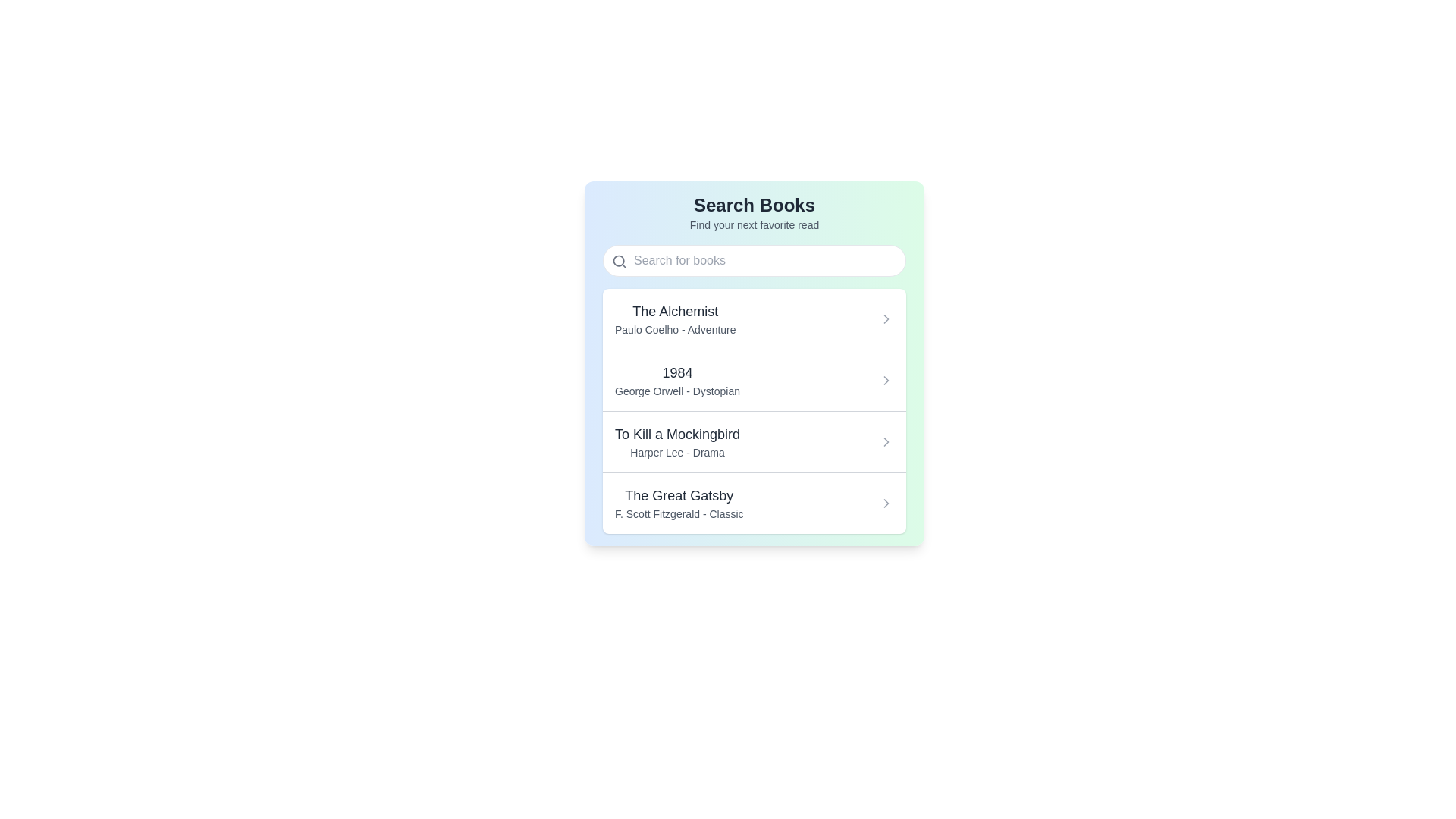  I want to click on the gray magnifying glass icon, which is located at the top-left corner of the search input field within the search section, so click(619, 260).